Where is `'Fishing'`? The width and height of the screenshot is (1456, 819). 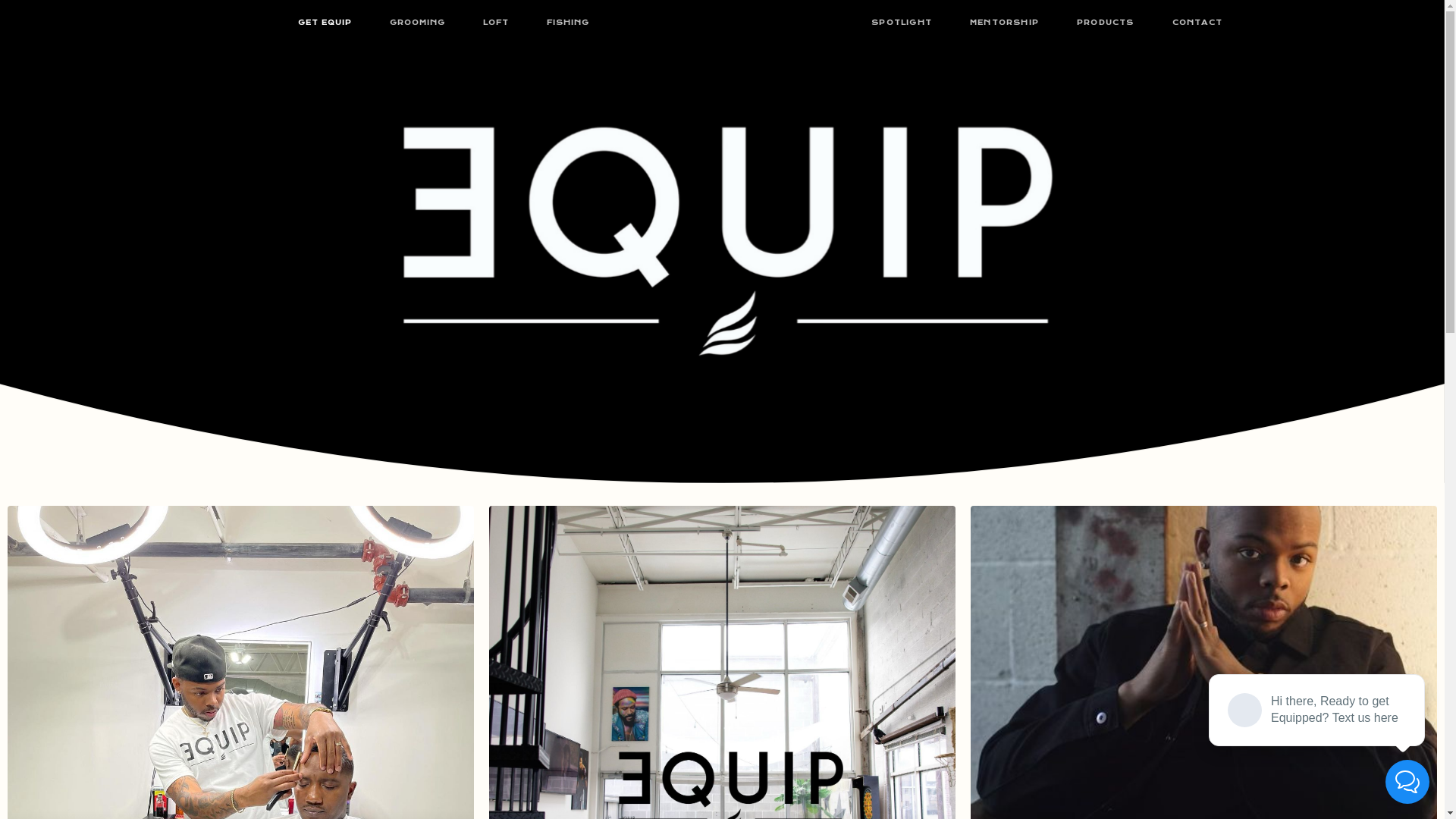 'Fishing' is located at coordinates (705, 503).